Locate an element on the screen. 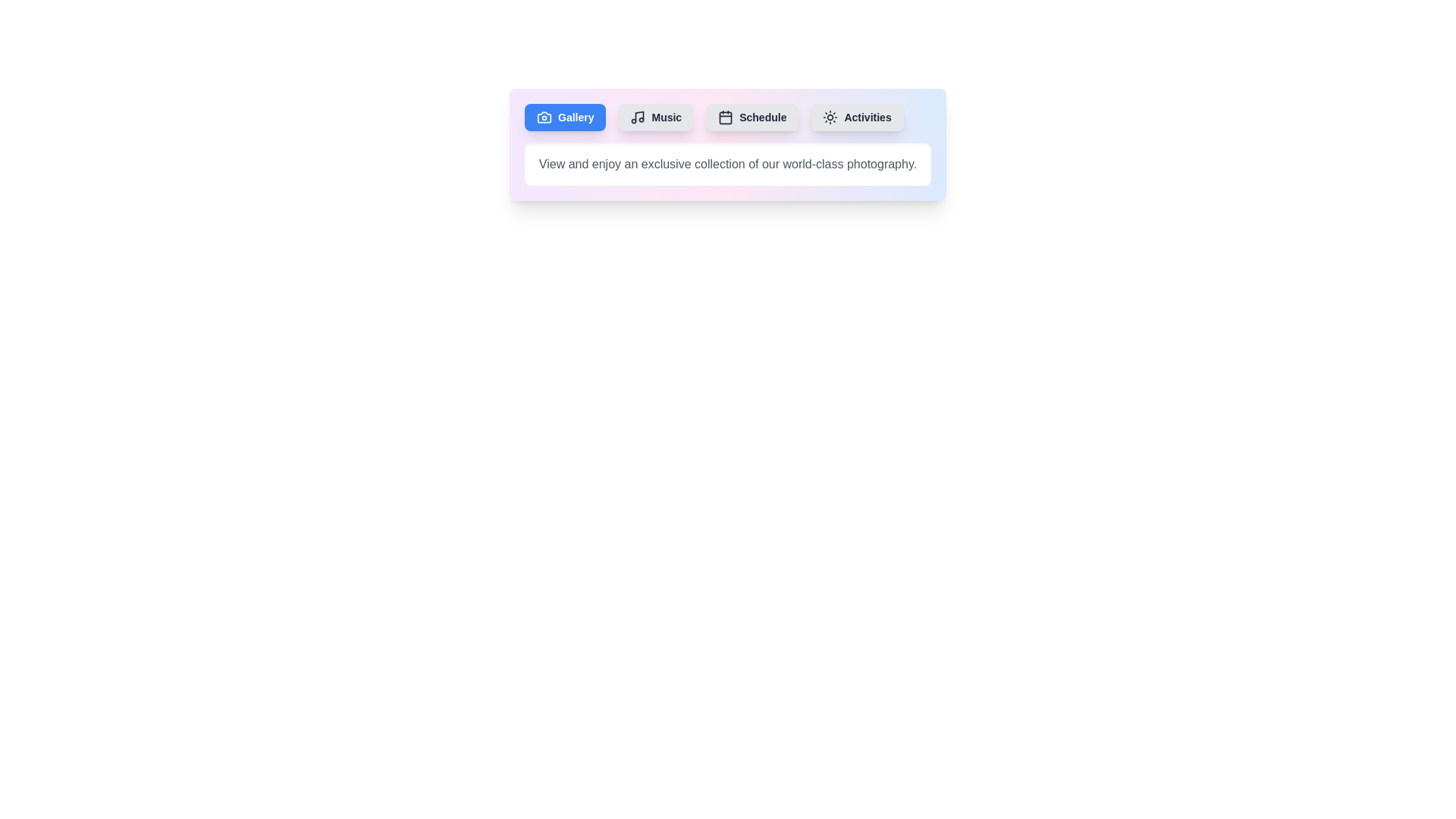 The width and height of the screenshot is (1456, 819). the tab labeled Schedule is located at coordinates (752, 116).